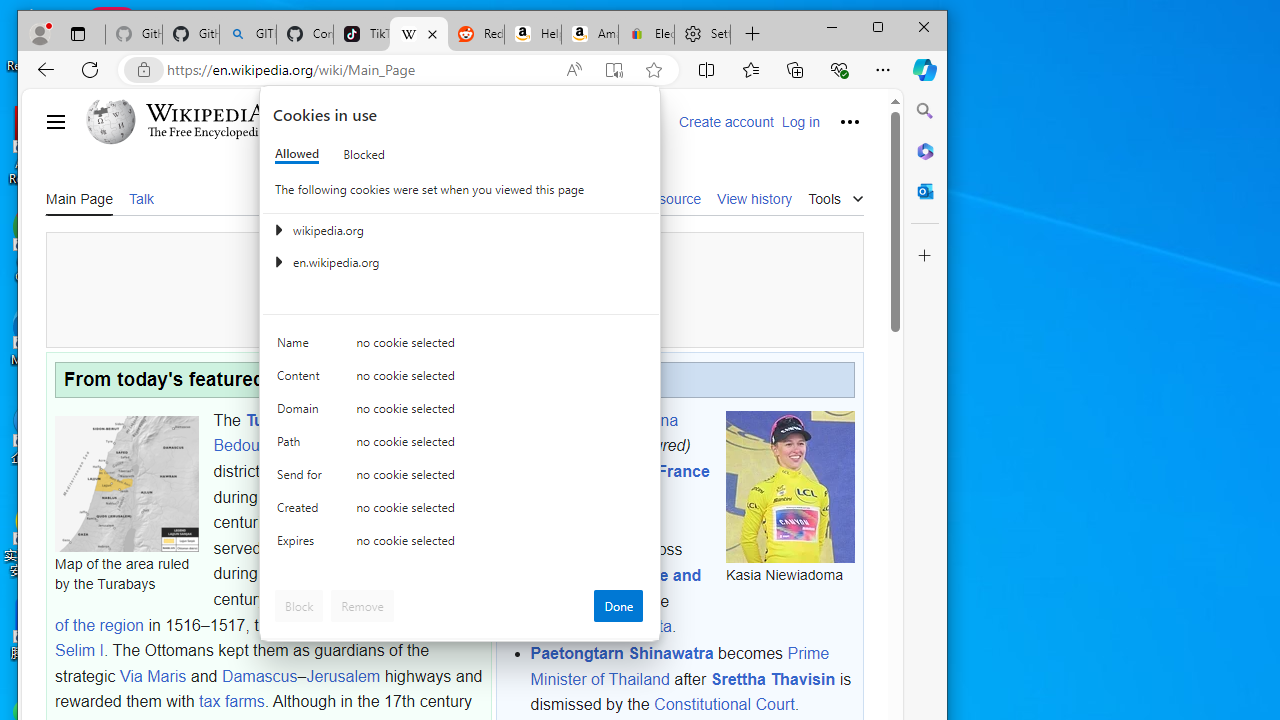 This screenshot has height=720, width=1280. What do you see at coordinates (301, 445) in the screenshot?
I see `'Path'` at bounding box center [301, 445].